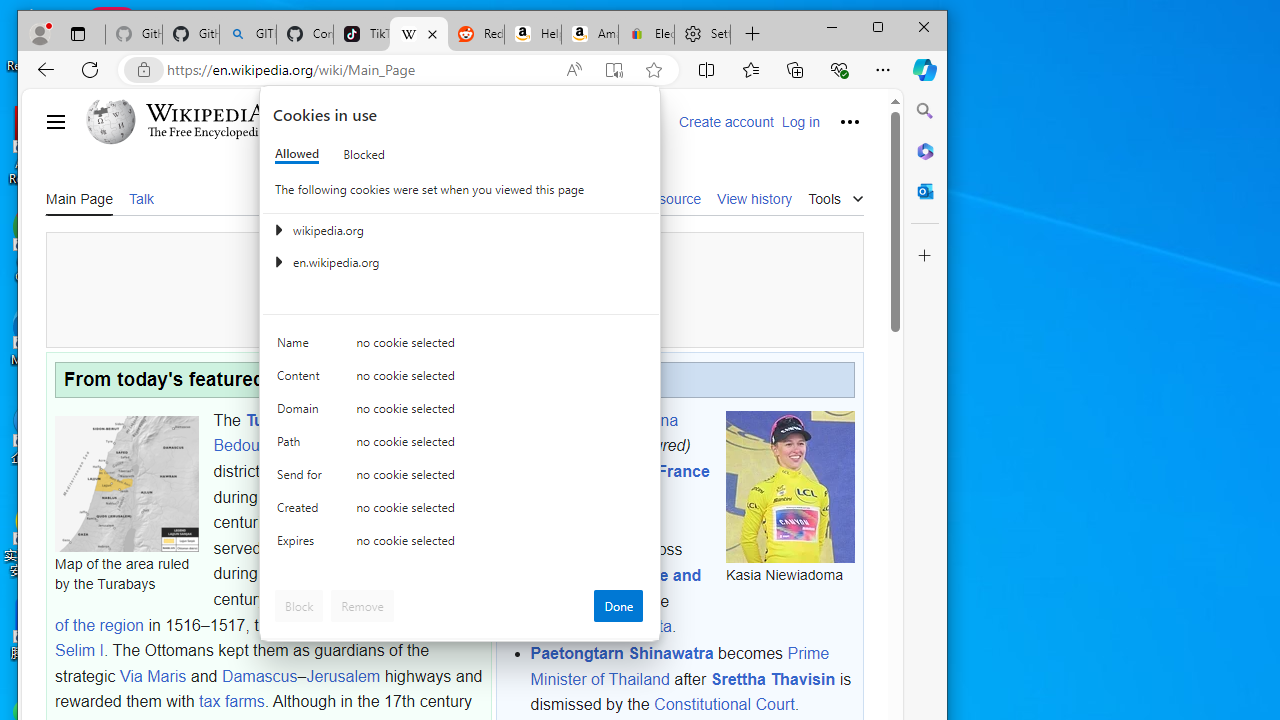 This screenshot has height=720, width=1280. What do you see at coordinates (301, 445) in the screenshot?
I see `'Path'` at bounding box center [301, 445].